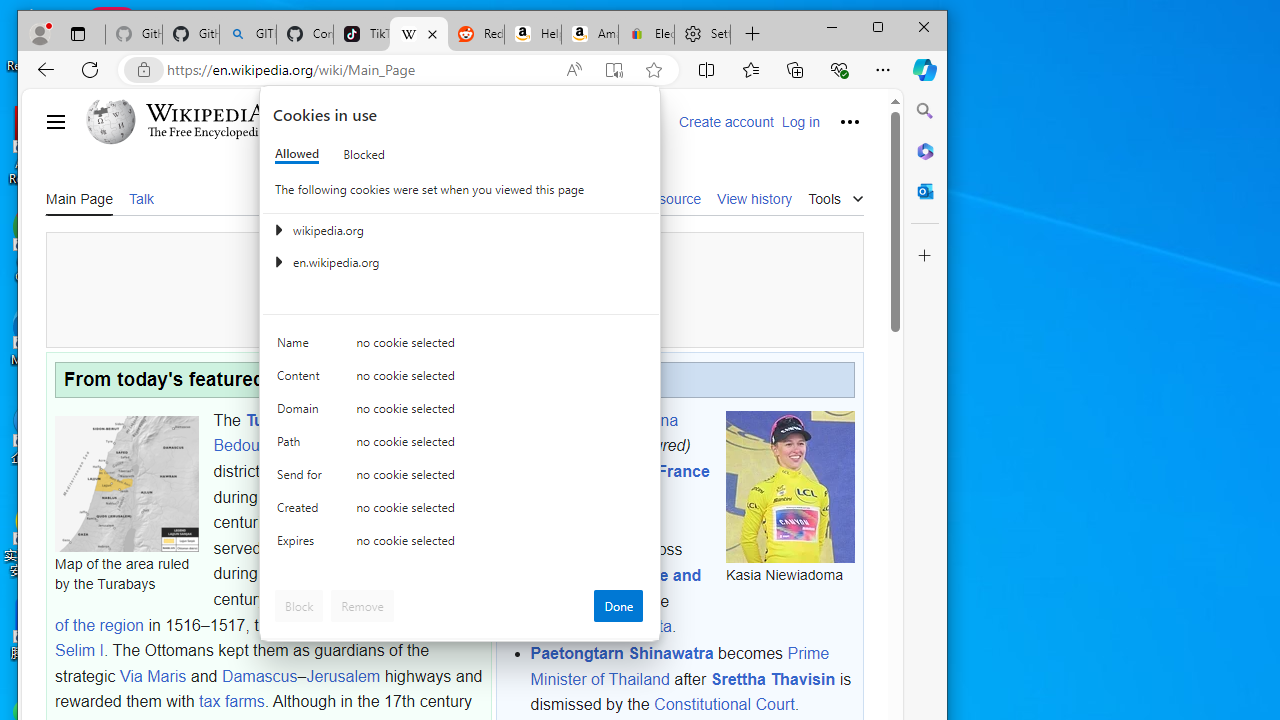 This screenshot has height=720, width=1280. What do you see at coordinates (301, 445) in the screenshot?
I see `'Path'` at bounding box center [301, 445].